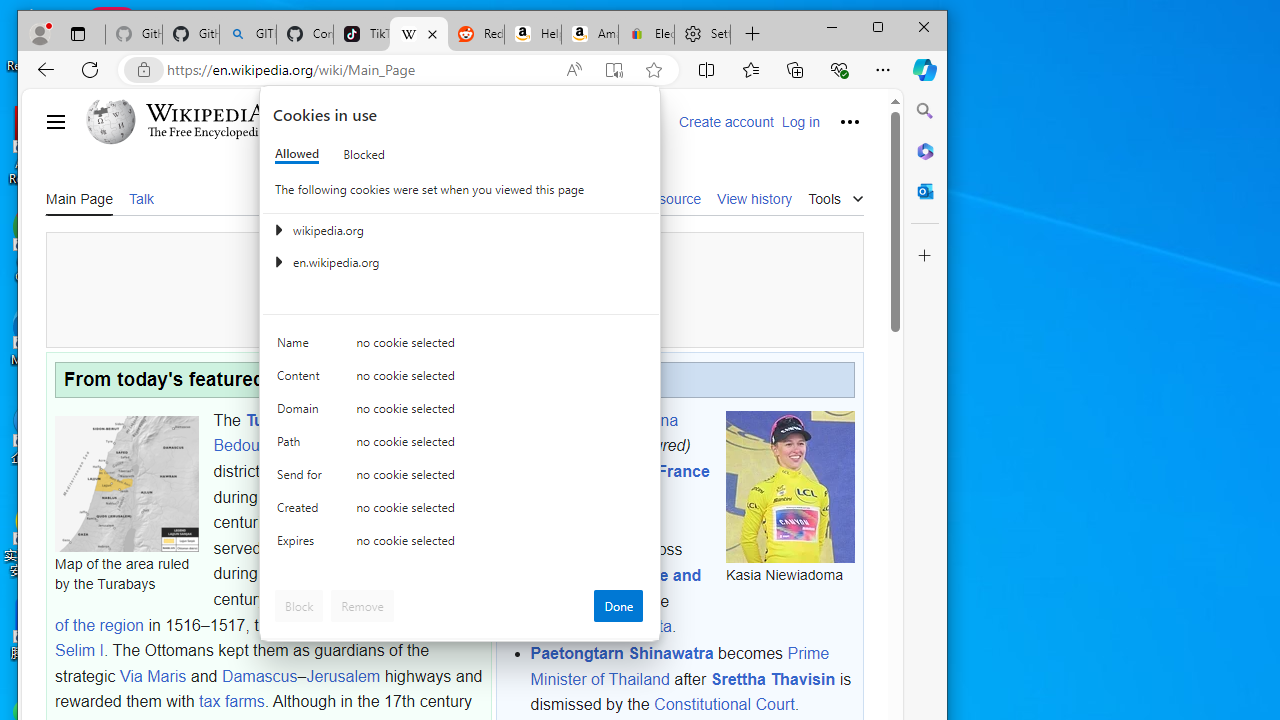 This screenshot has height=720, width=1280. What do you see at coordinates (301, 445) in the screenshot?
I see `'Path'` at bounding box center [301, 445].